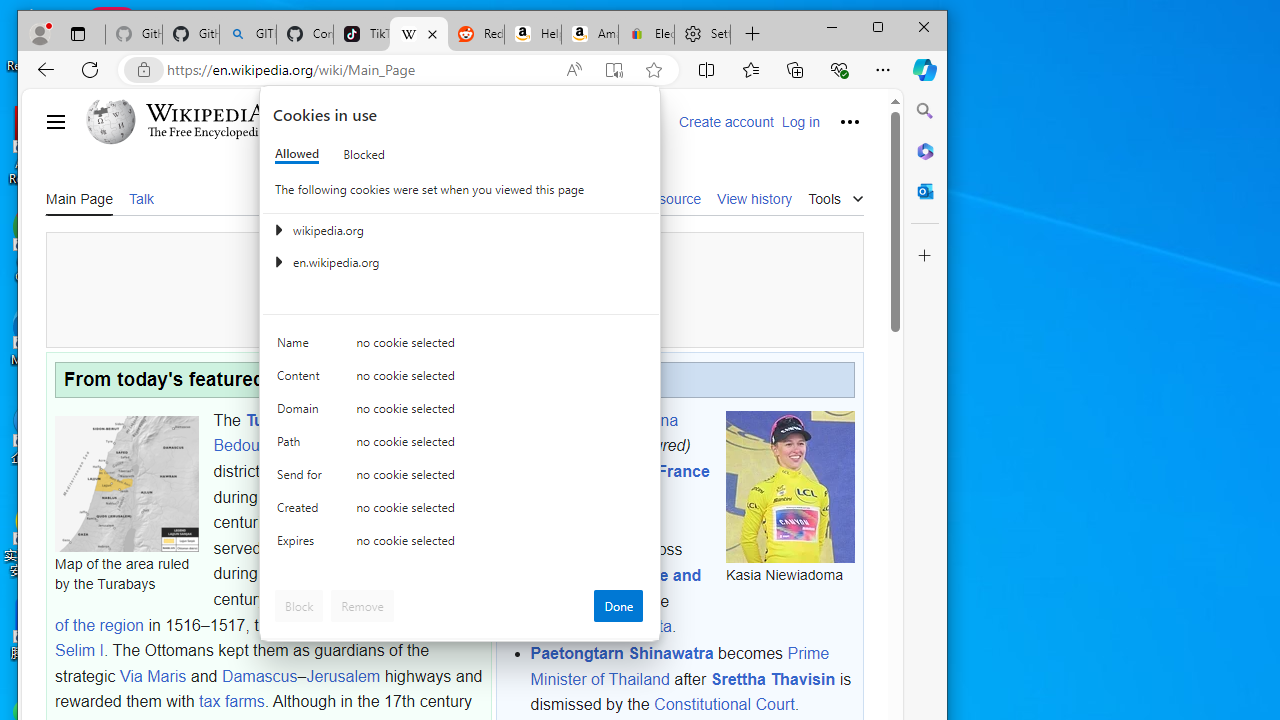 This screenshot has height=720, width=1280. What do you see at coordinates (301, 445) in the screenshot?
I see `'Path'` at bounding box center [301, 445].